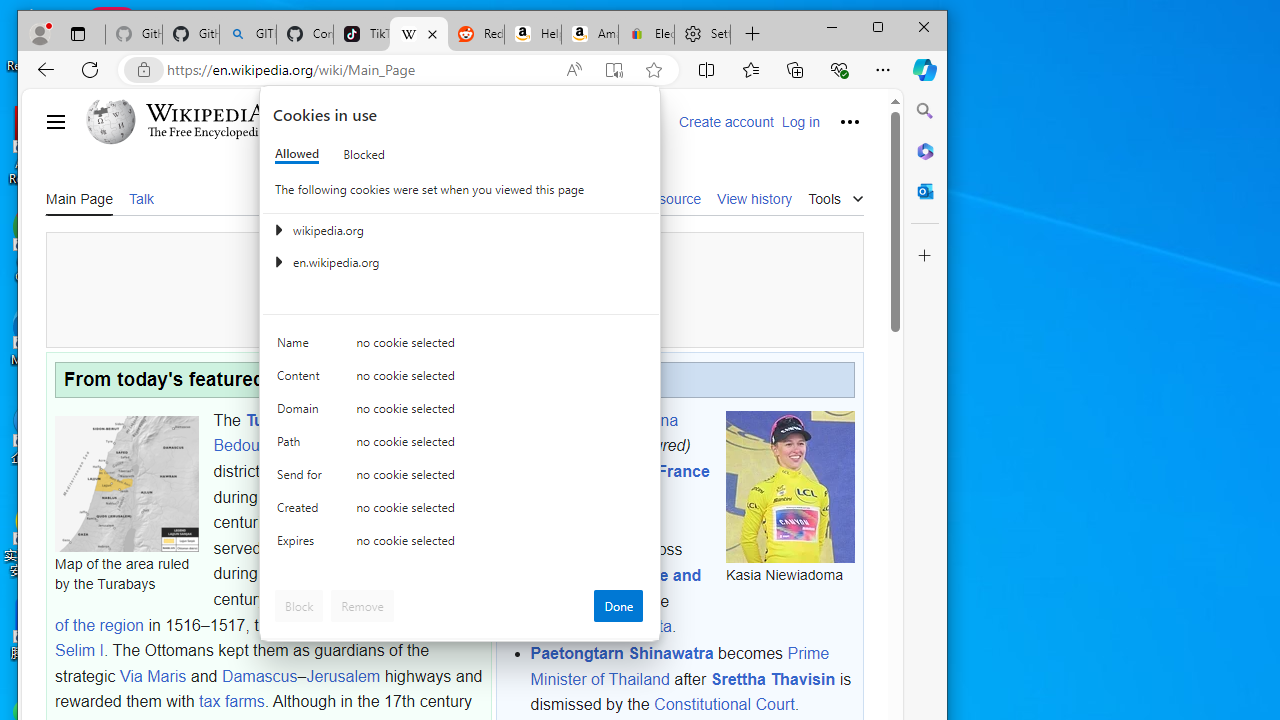 This screenshot has height=720, width=1280. What do you see at coordinates (301, 445) in the screenshot?
I see `'Path'` at bounding box center [301, 445].